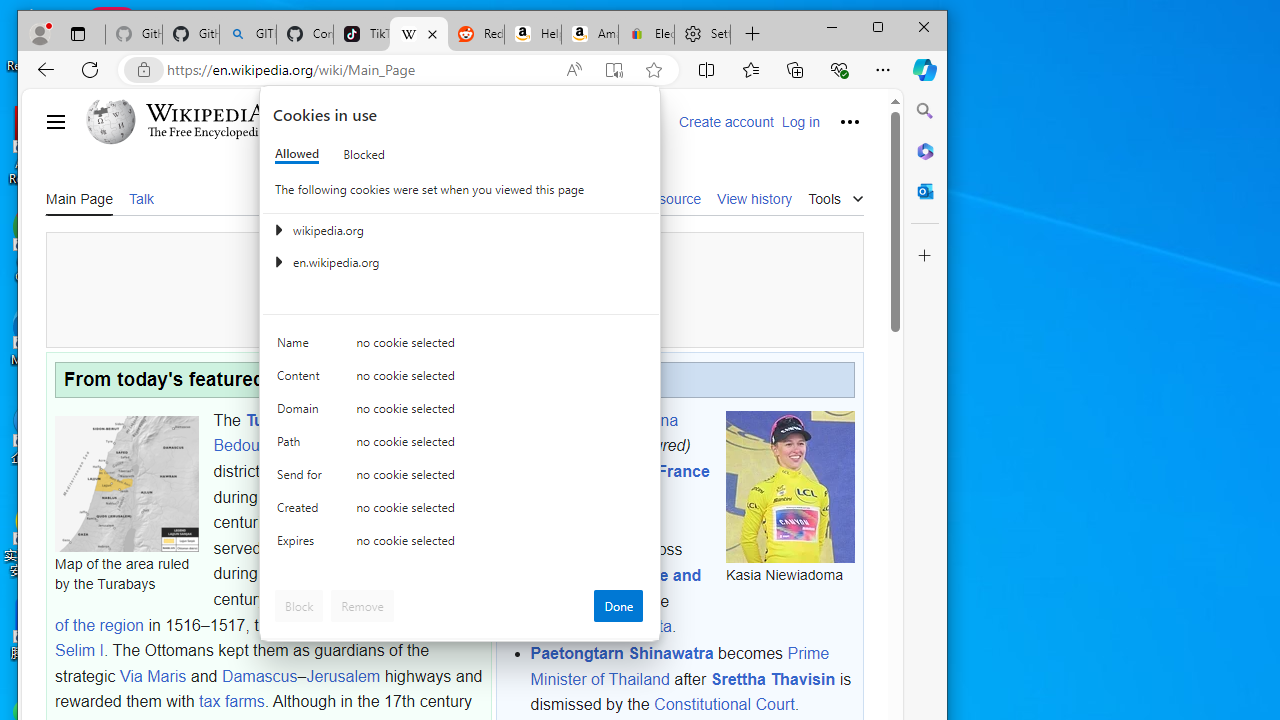 This screenshot has height=720, width=1280. What do you see at coordinates (301, 445) in the screenshot?
I see `'Path'` at bounding box center [301, 445].